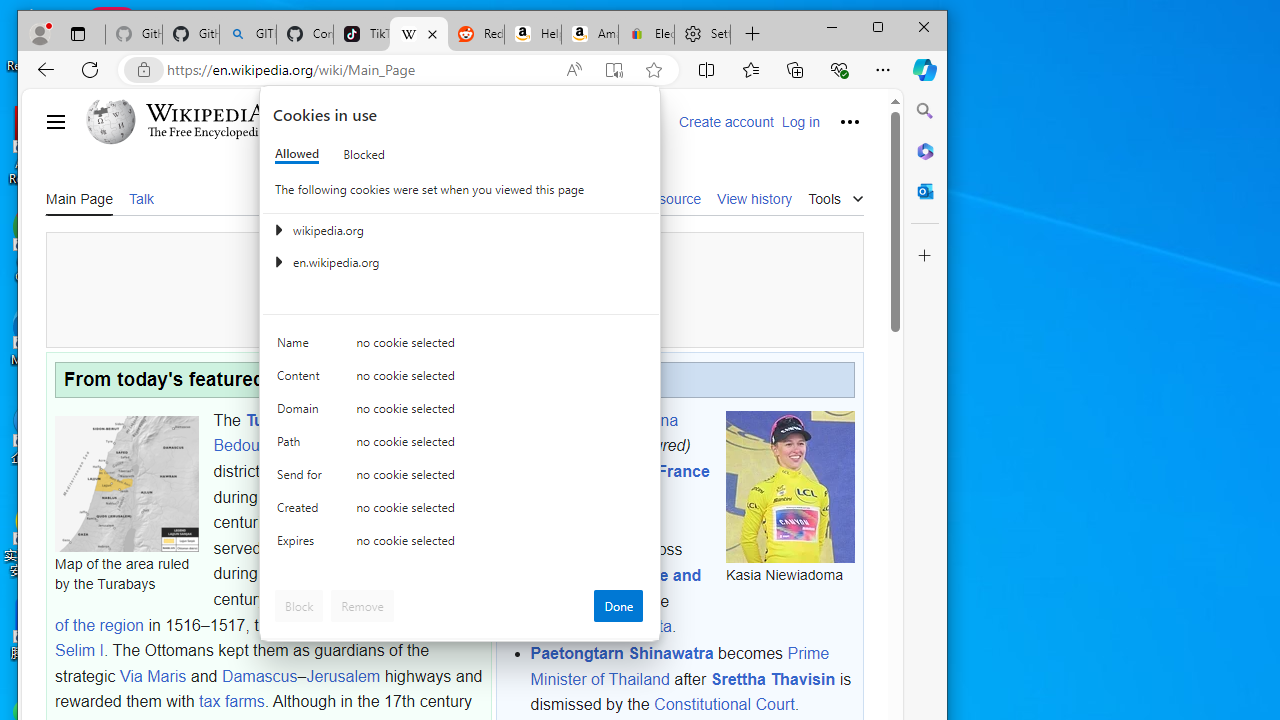 This screenshot has height=720, width=1280. What do you see at coordinates (301, 445) in the screenshot?
I see `'Path'` at bounding box center [301, 445].